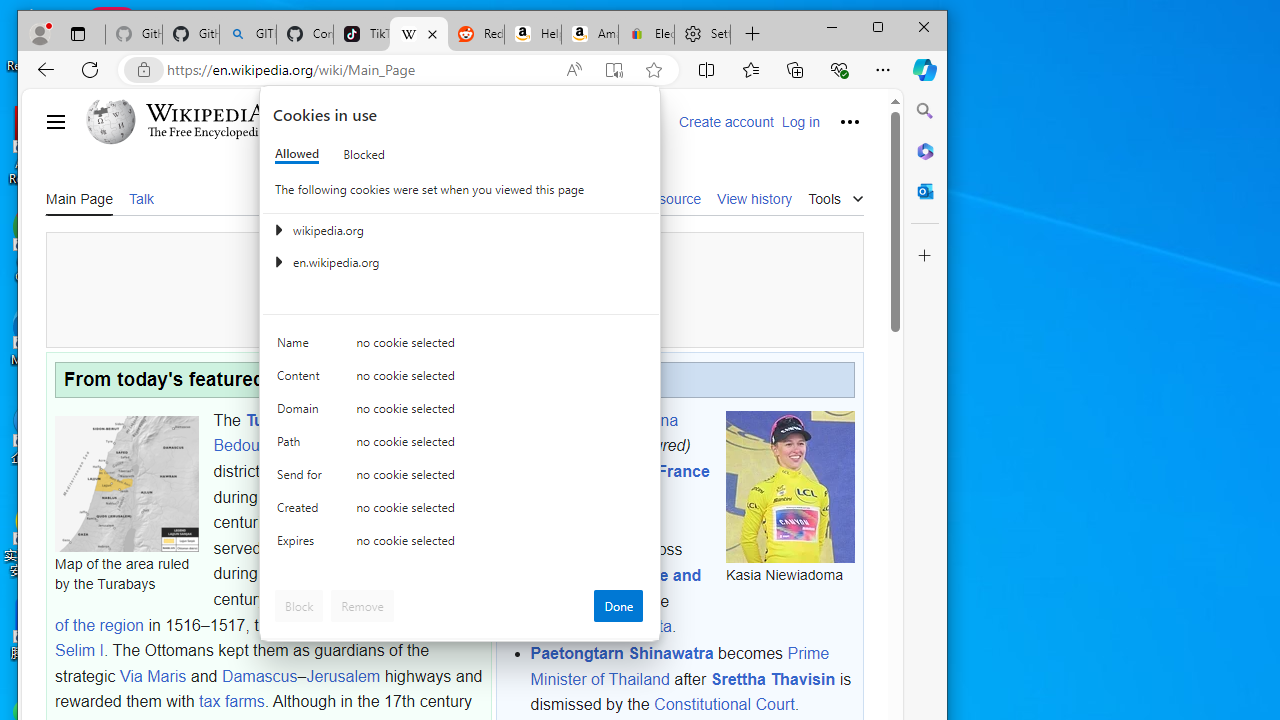 This screenshot has height=720, width=1280. What do you see at coordinates (301, 445) in the screenshot?
I see `'Path'` at bounding box center [301, 445].